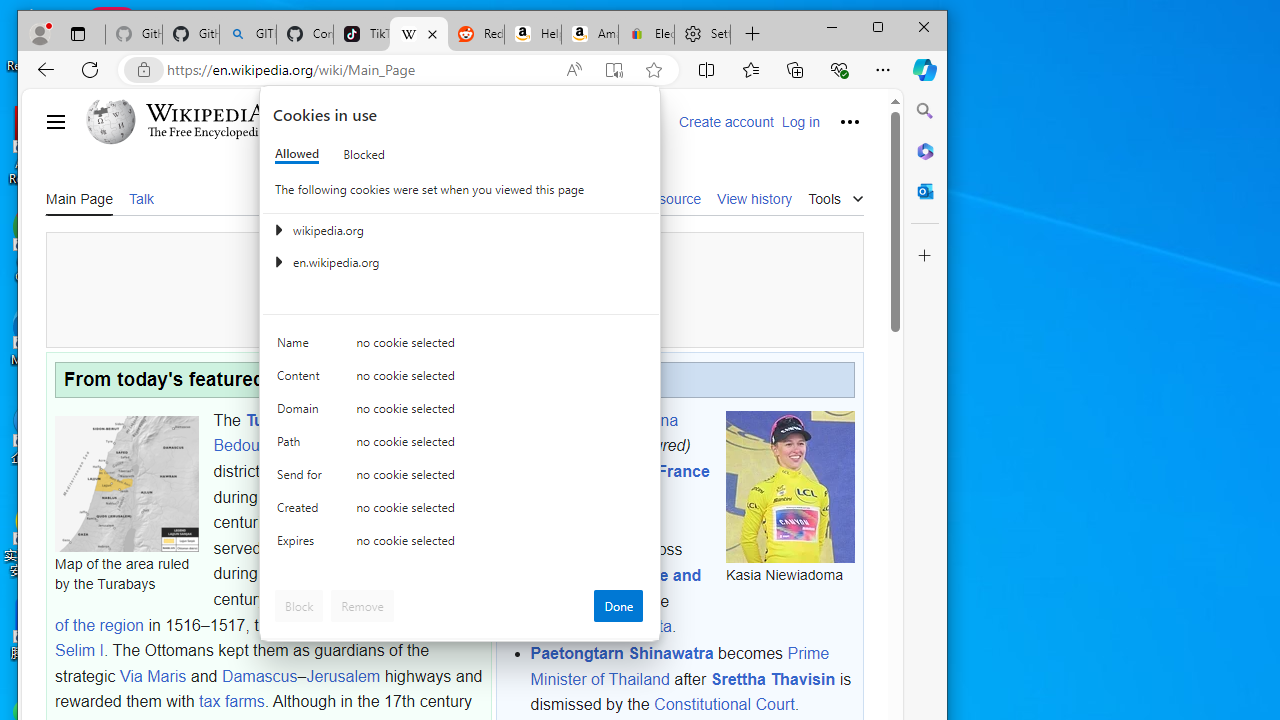 This screenshot has height=720, width=1280. What do you see at coordinates (301, 445) in the screenshot?
I see `'Path'` at bounding box center [301, 445].